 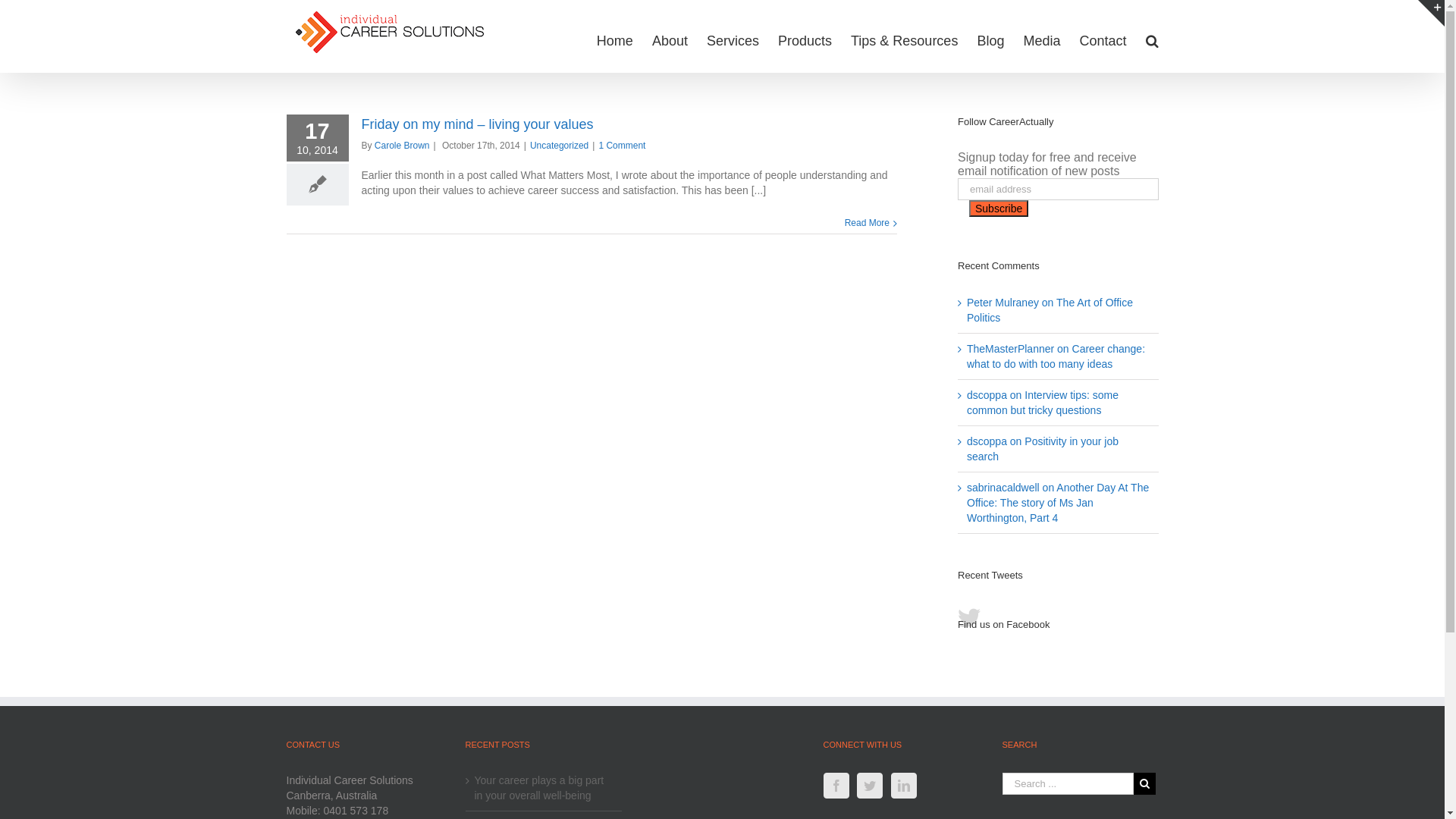 What do you see at coordinates (1003, 488) in the screenshot?
I see `'sabrinacaldwell'` at bounding box center [1003, 488].